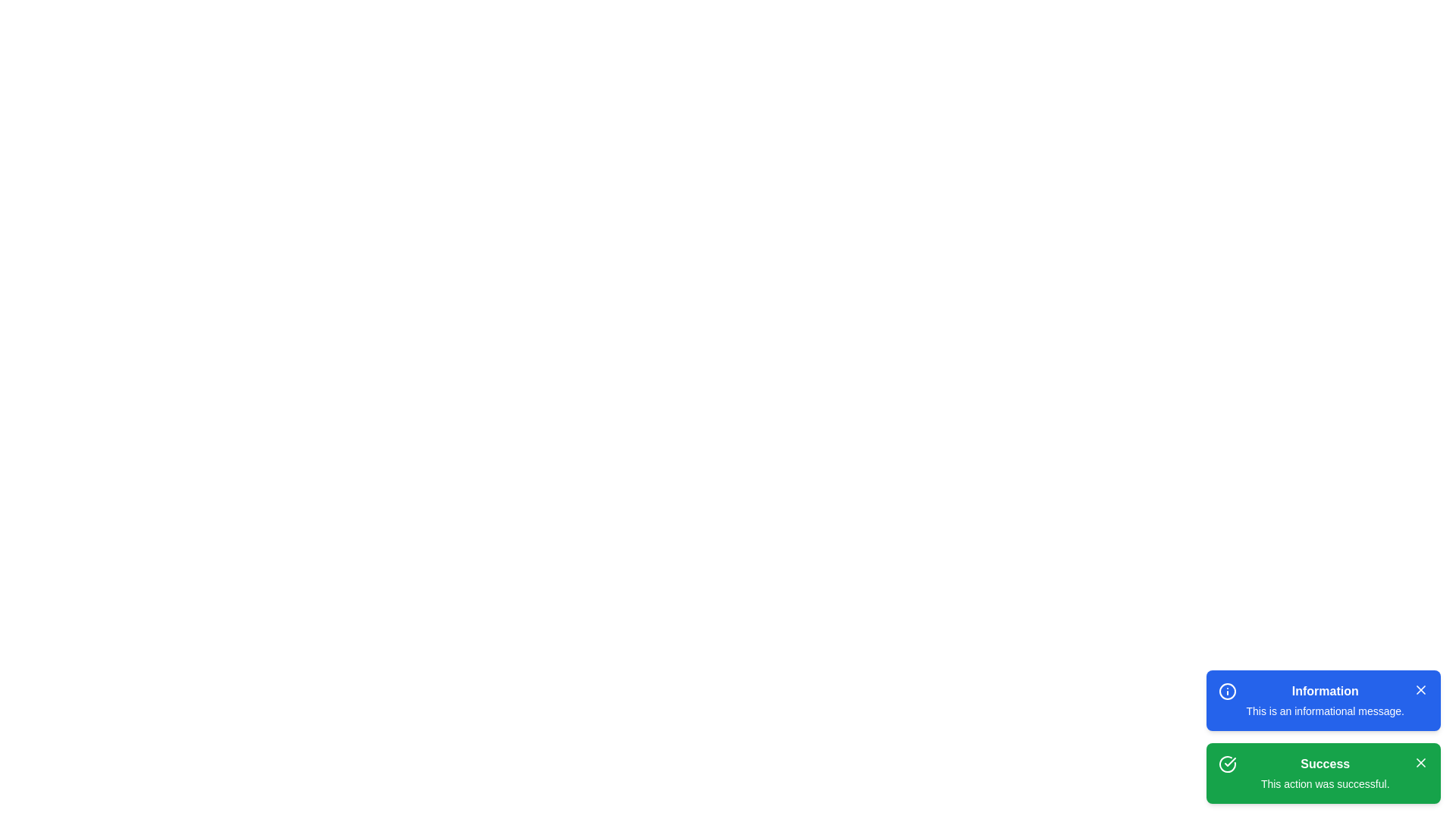 This screenshot has height=819, width=1456. Describe the element at coordinates (1420, 690) in the screenshot. I see `the close button located at the top-right corner of the blue 'Information' notification box` at that location.